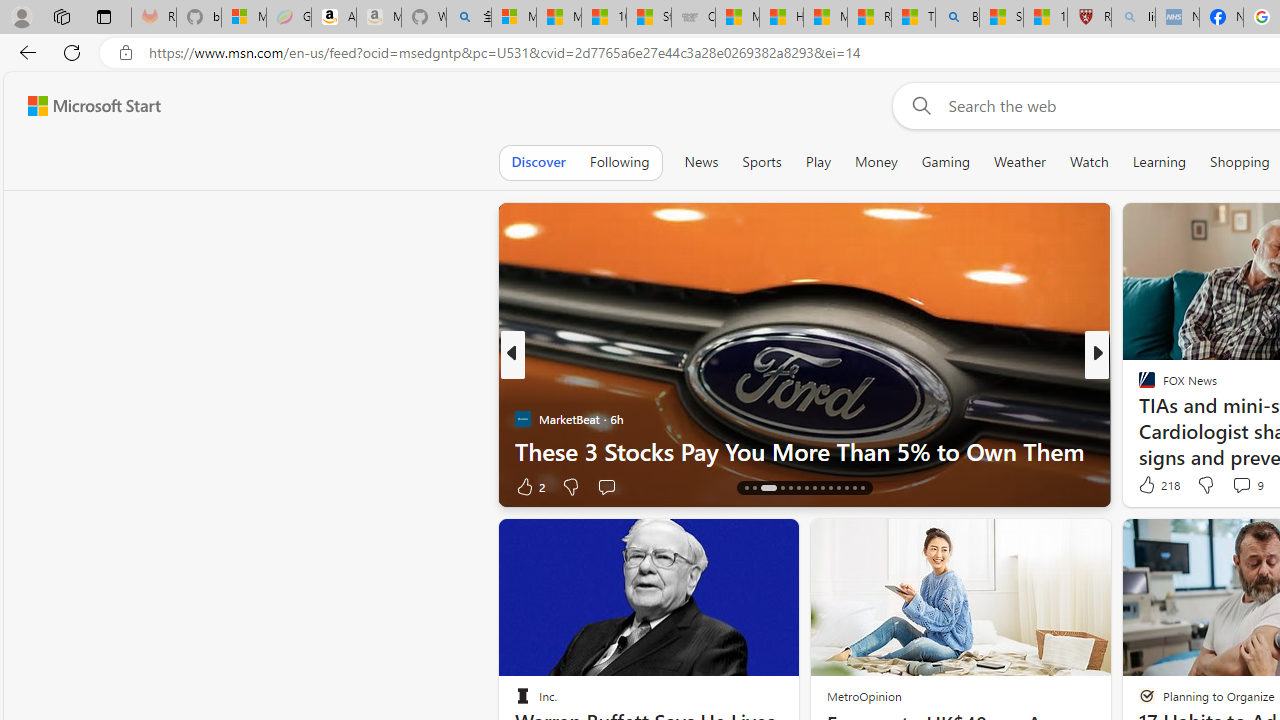 The width and height of the screenshot is (1280, 720). I want to click on 'View comments 167 Comment', so click(1234, 486).